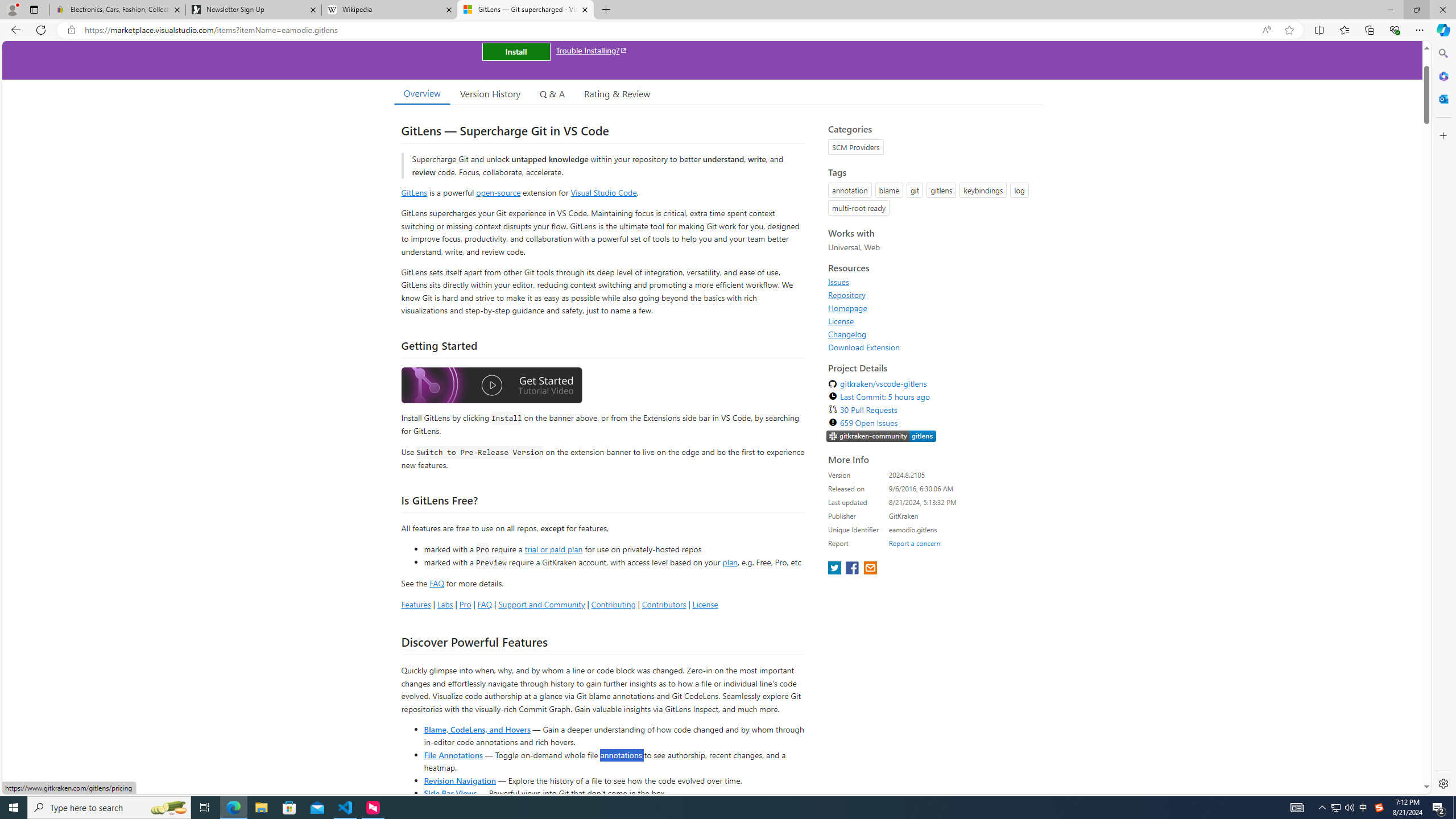 The image size is (1456, 819). What do you see at coordinates (881, 436) in the screenshot?
I see `'https://slack.gitkraken.com//'` at bounding box center [881, 436].